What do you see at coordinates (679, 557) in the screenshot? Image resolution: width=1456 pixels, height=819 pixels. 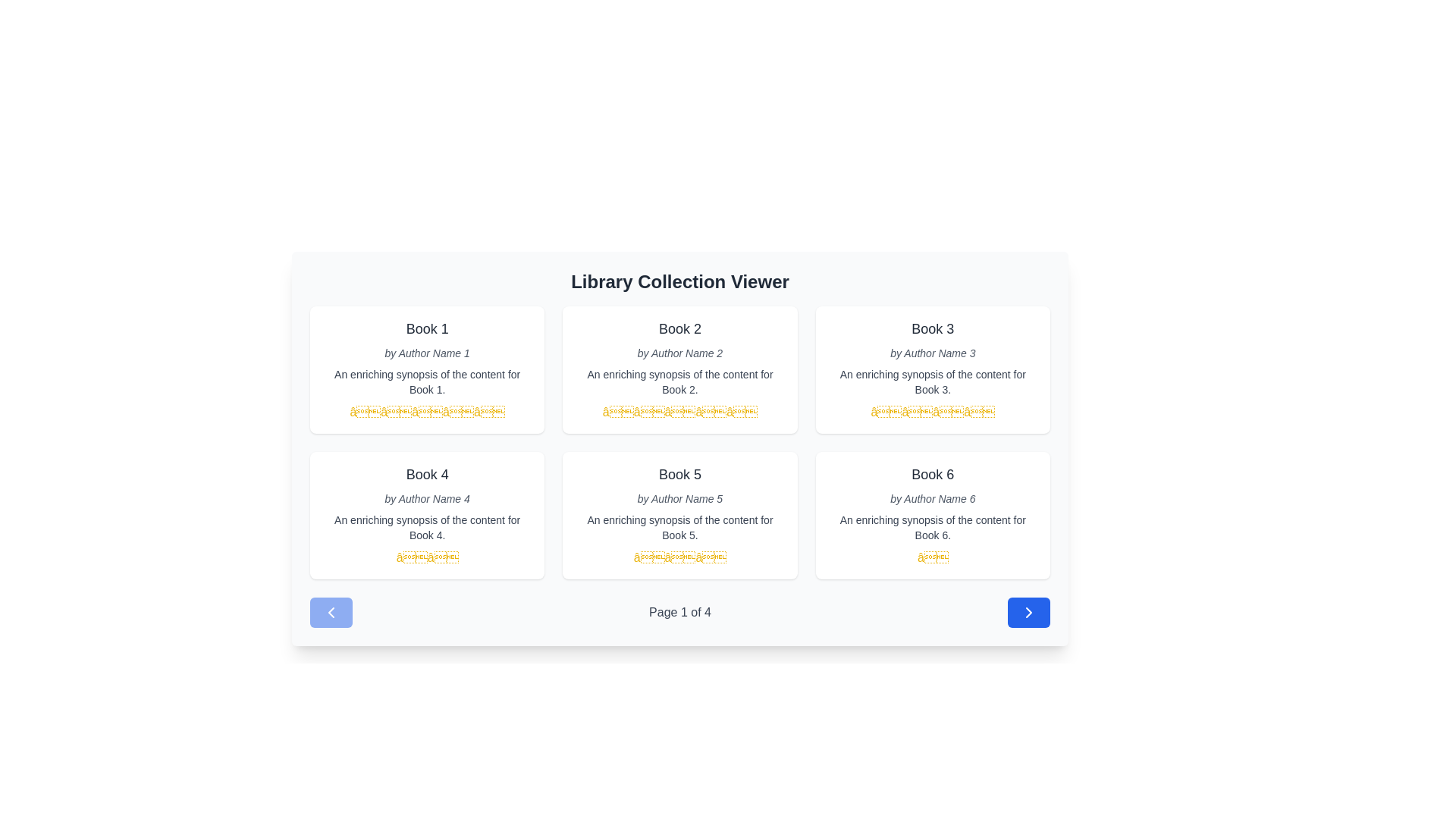 I see `the yellow star icon, which is the second star in the row of three stars below the description of 'Book 5' in the Library Collection Viewer` at bounding box center [679, 557].